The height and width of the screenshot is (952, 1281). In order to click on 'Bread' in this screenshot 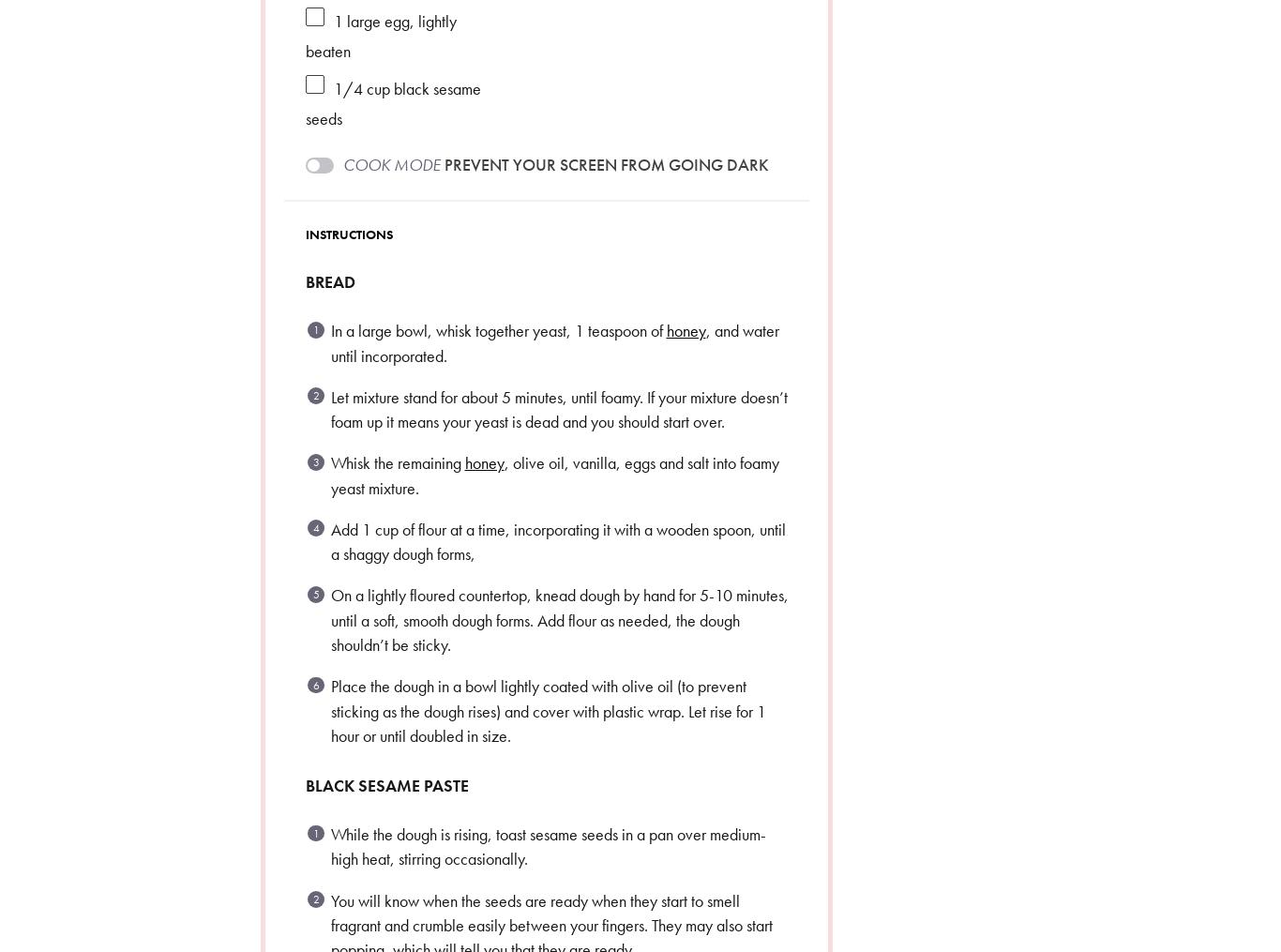, I will do `click(328, 280)`.